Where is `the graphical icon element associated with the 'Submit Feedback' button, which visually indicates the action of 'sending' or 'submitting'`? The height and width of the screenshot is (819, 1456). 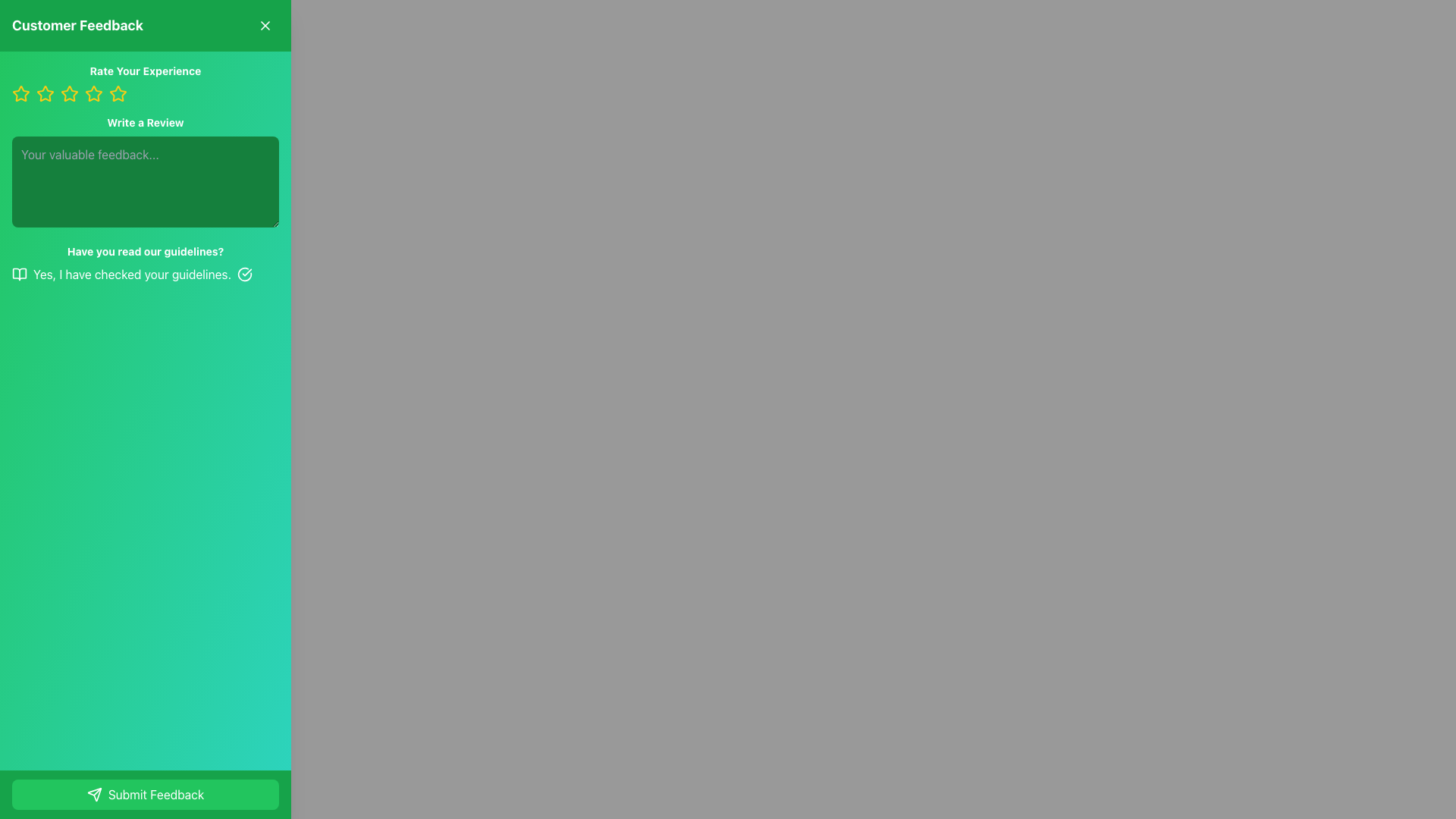
the graphical icon element associated with the 'Submit Feedback' button, which visually indicates the action of 'sending' or 'submitting' is located at coordinates (96, 791).